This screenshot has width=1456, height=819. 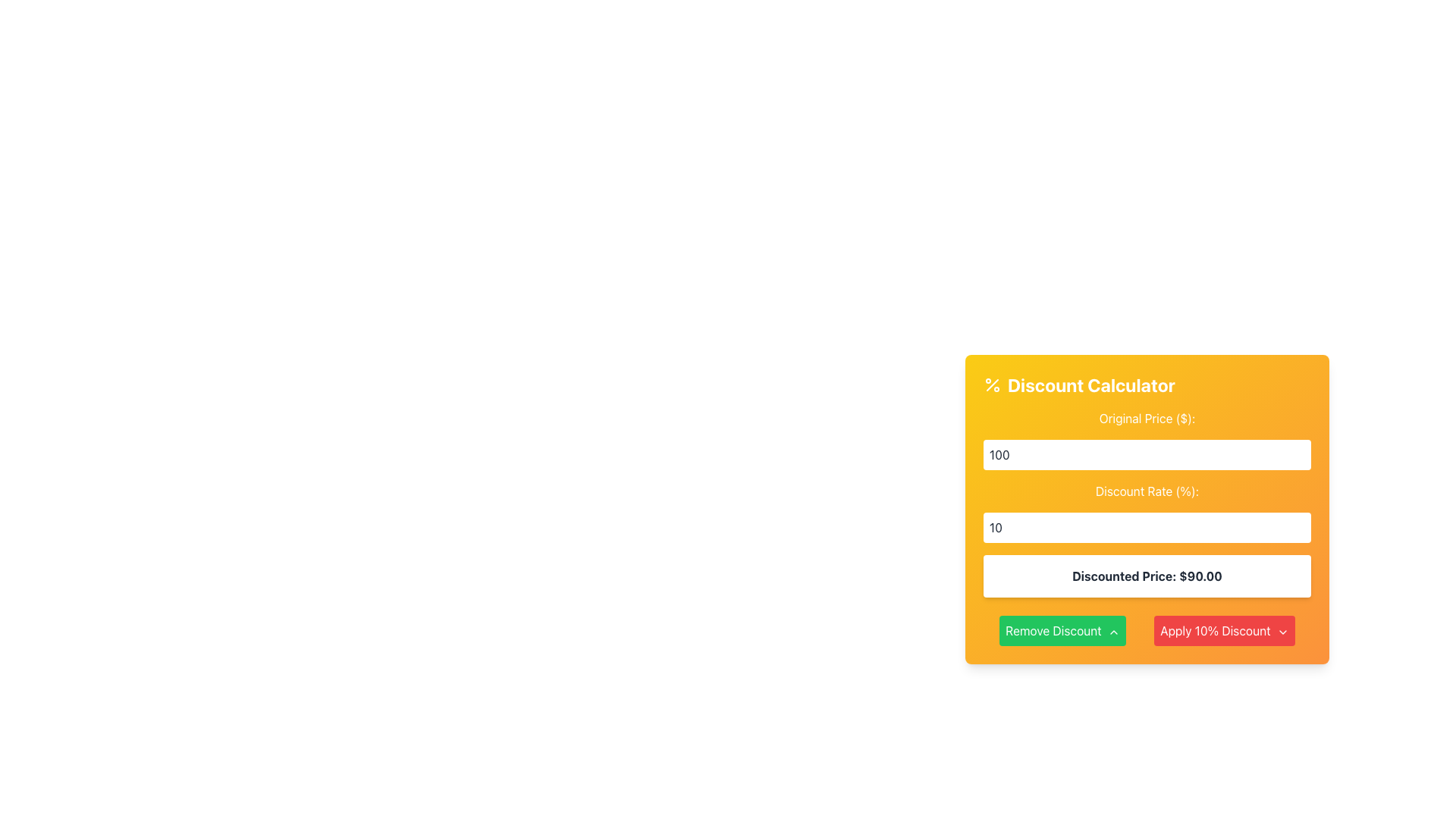 What do you see at coordinates (1147, 576) in the screenshot?
I see `displayed discounted price from the Static display text located in the 'Discount Calculator' section, which is positioned above the 'Remove Discount' and 'Apply 10% Discount' buttons` at bounding box center [1147, 576].